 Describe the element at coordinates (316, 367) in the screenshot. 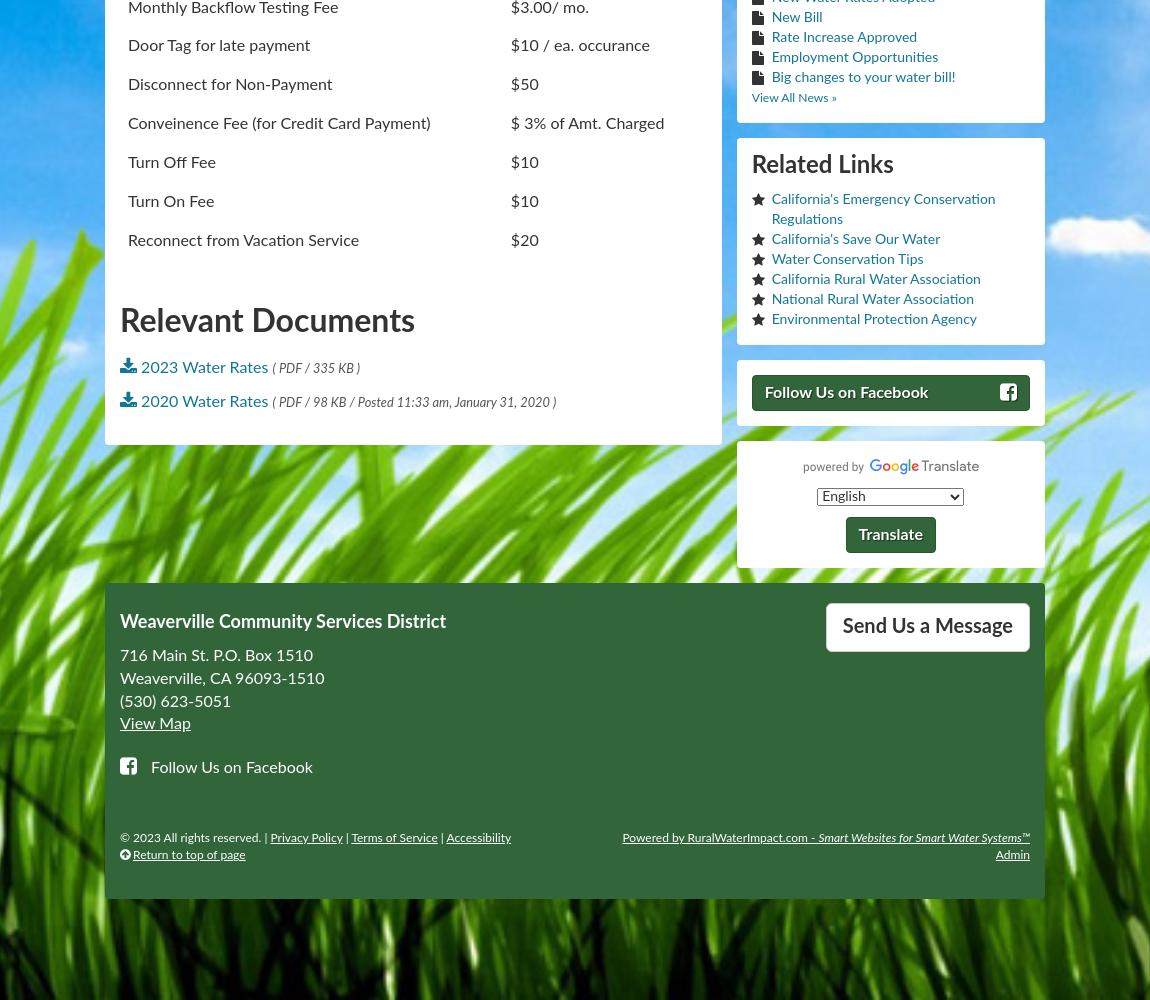

I see `'( 
    PDF 
    / 
    335 KB 
     
    )'` at that location.